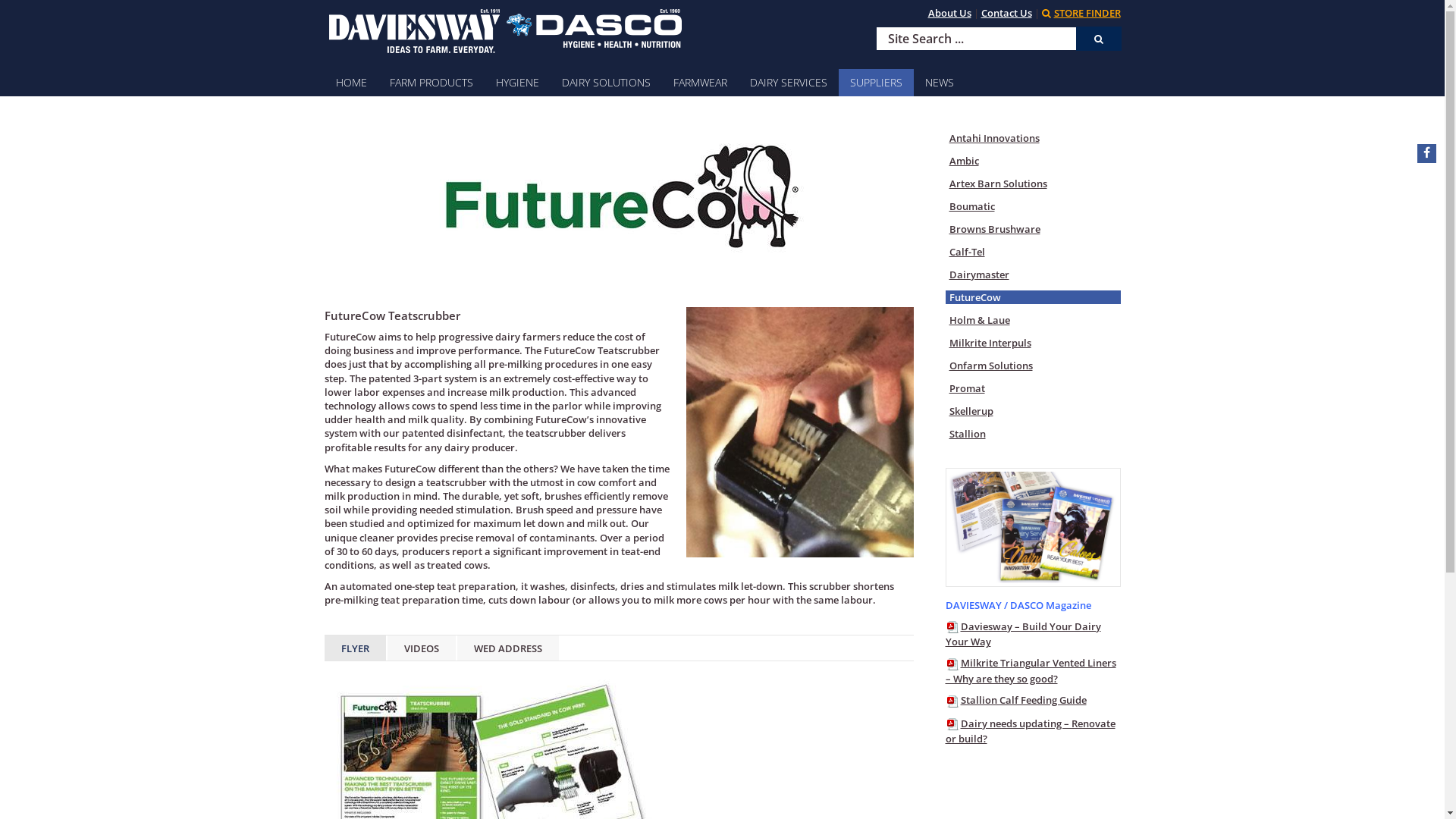 The height and width of the screenshot is (819, 1456). I want to click on 'Stallion Calf Feeding Guide', so click(1015, 699).